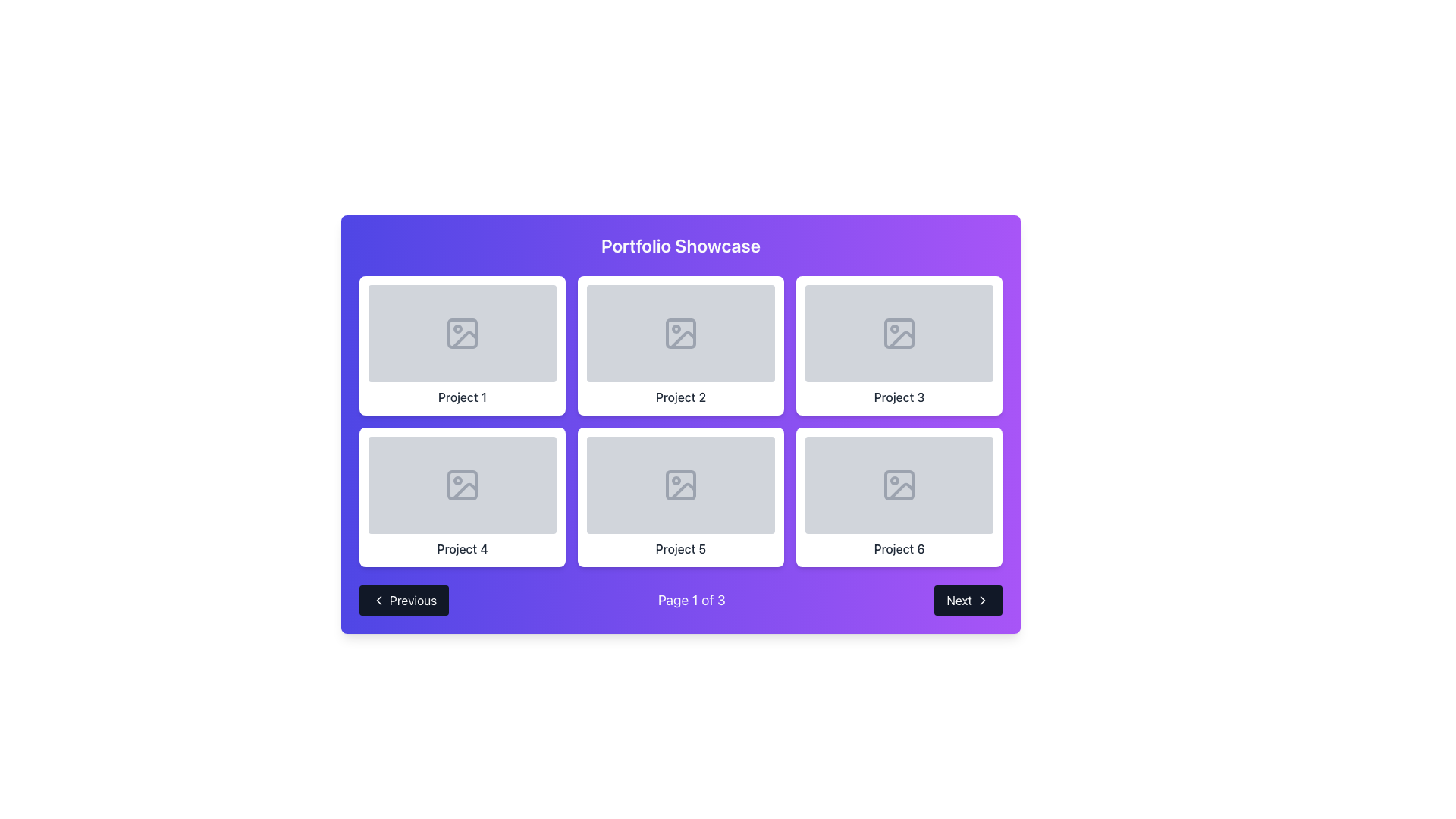  Describe the element at coordinates (983, 599) in the screenshot. I see `the right-facing arrow icon of the 'Next' button` at that location.